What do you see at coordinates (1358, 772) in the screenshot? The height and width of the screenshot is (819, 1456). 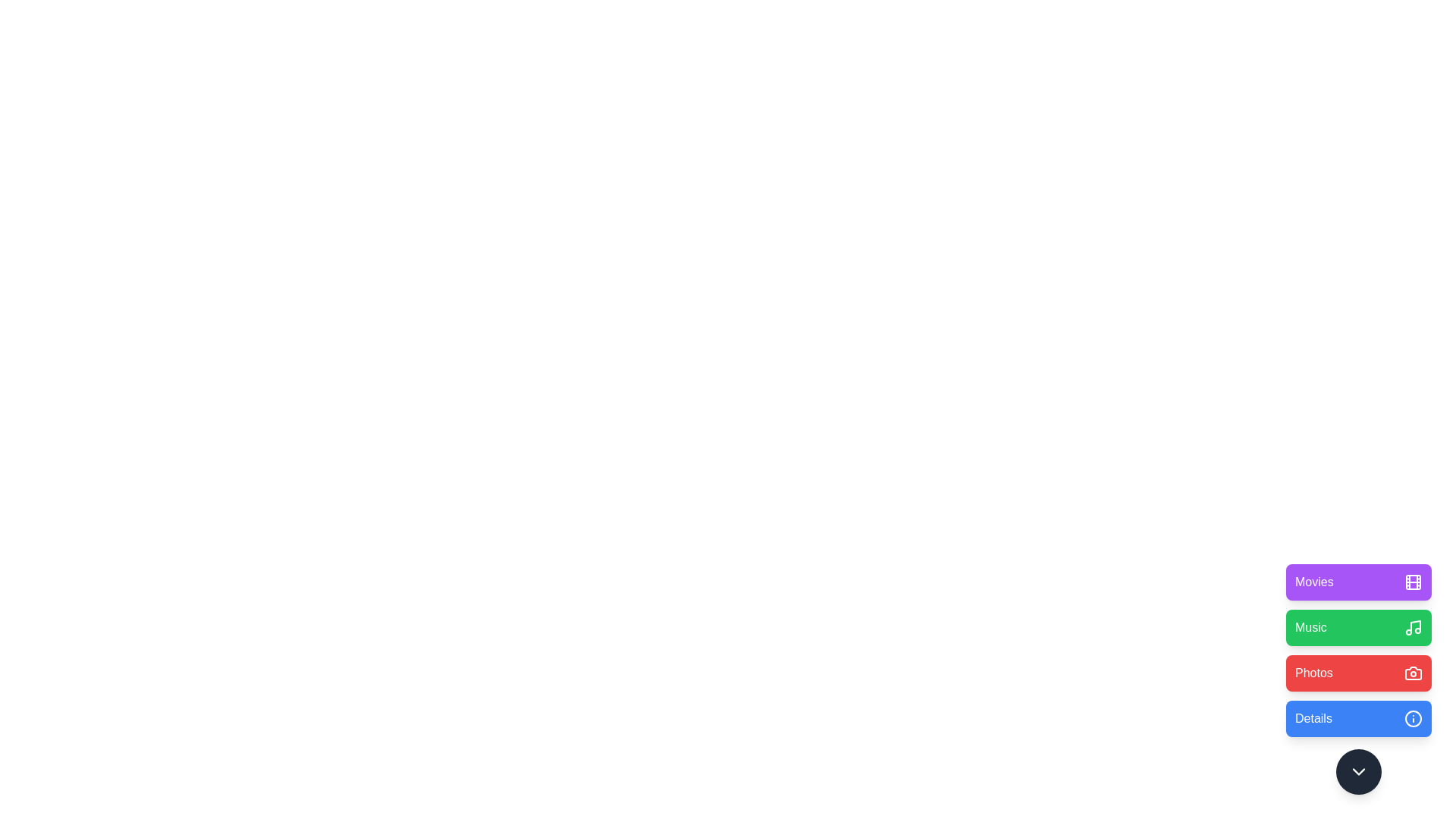 I see `toggle button to collapse or expand the menu` at bounding box center [1358, 772].